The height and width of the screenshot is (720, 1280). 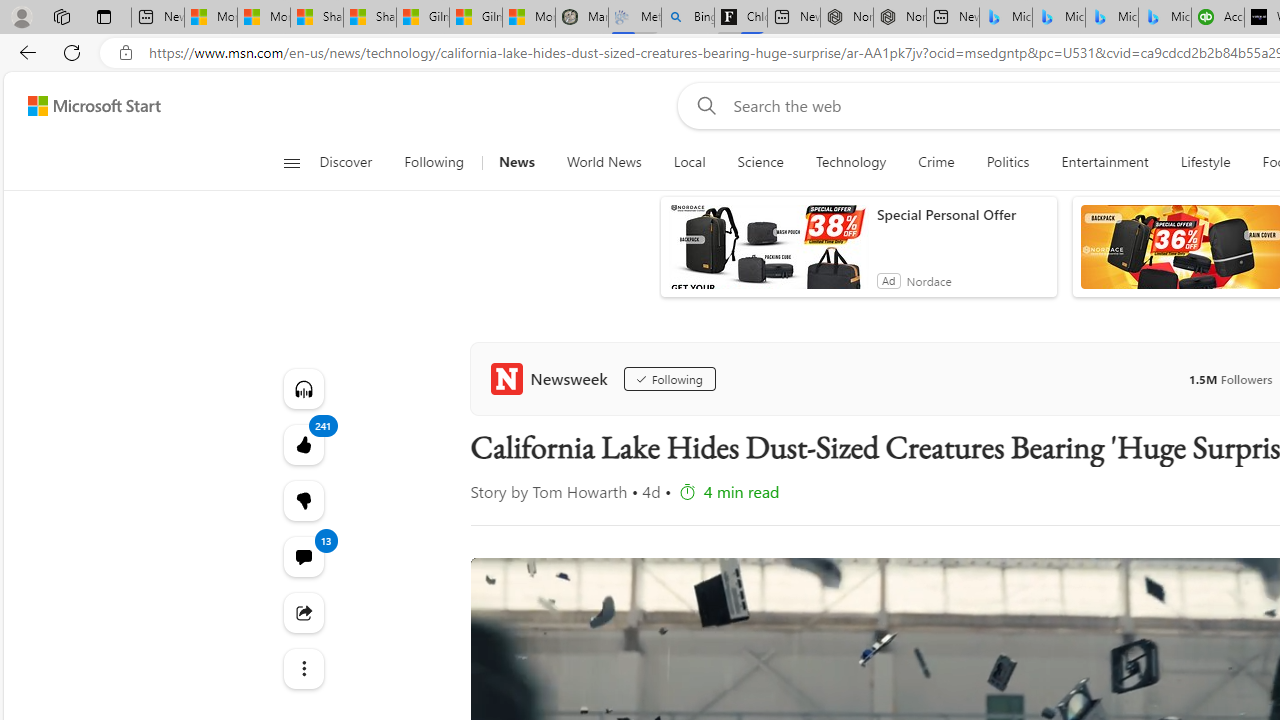 What do you see at coordinates (302, 443) in the screenshot?
I see `'241 Like'` at bounding box center [302, 443].